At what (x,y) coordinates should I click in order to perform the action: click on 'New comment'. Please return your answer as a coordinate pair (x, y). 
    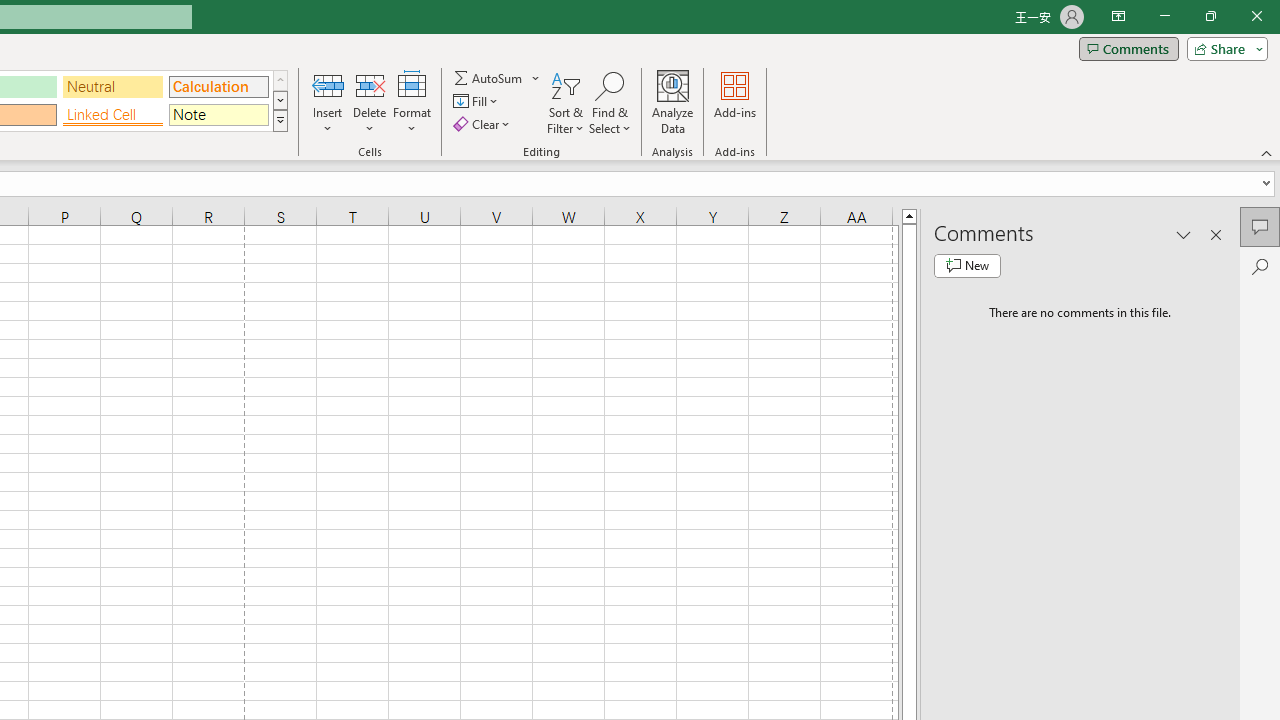
    Looking at the image, I should click on (967, 265).